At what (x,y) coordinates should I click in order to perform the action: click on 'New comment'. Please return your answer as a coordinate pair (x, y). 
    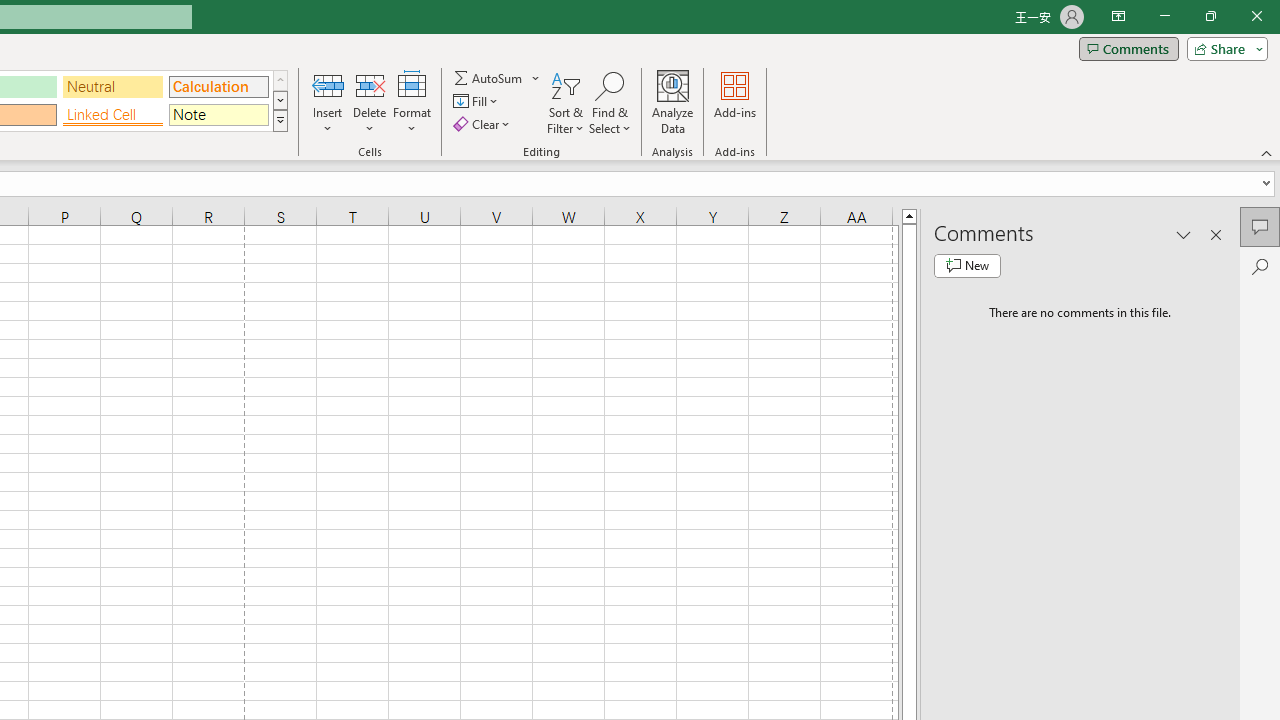
    Looking at the image, I should click on (967, 265).